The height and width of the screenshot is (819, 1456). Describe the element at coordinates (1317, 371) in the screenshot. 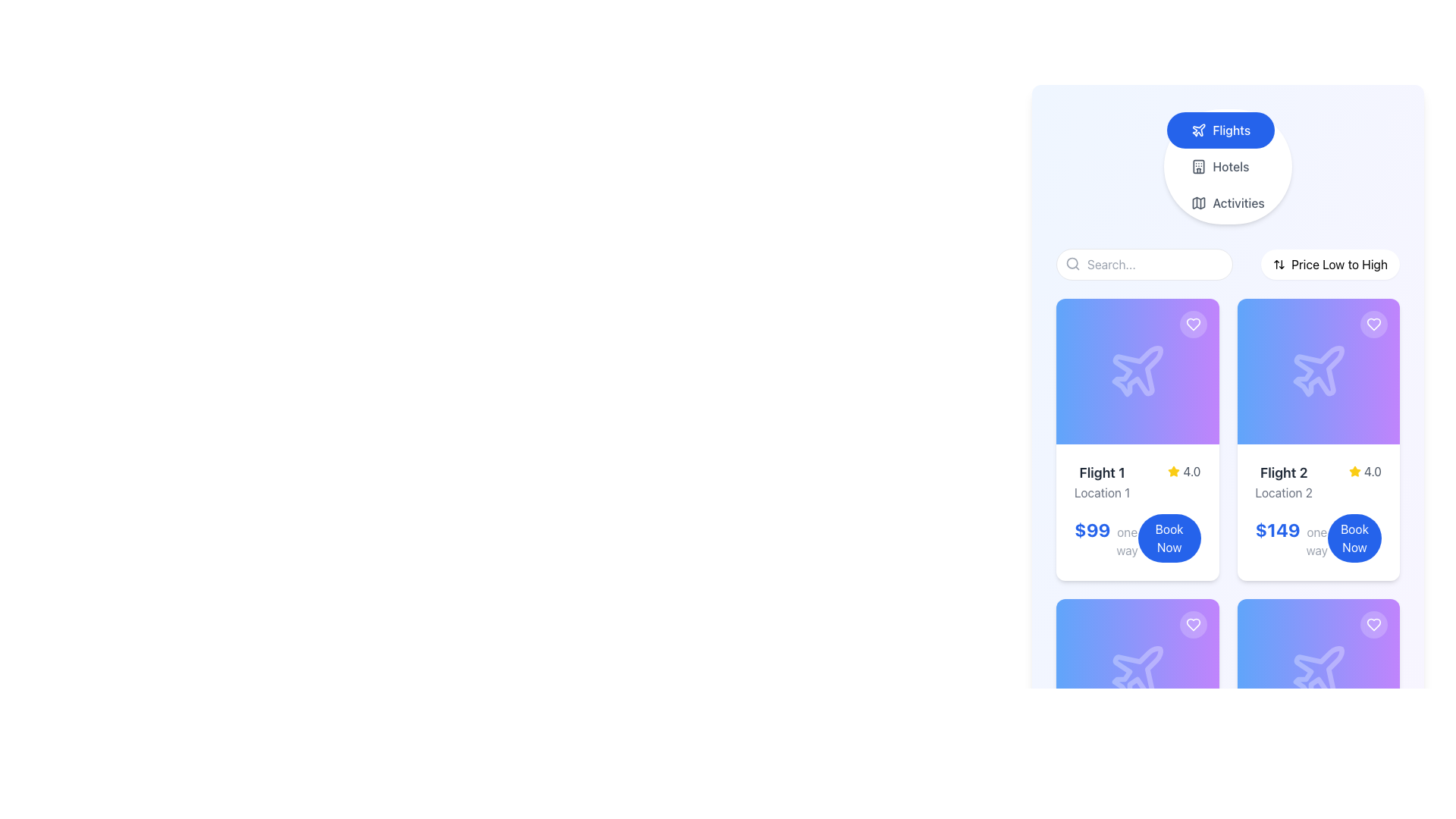

I see `the decorative panel representing an aviation-related service located in the upper half of the second card from the top on the right column` at that location.